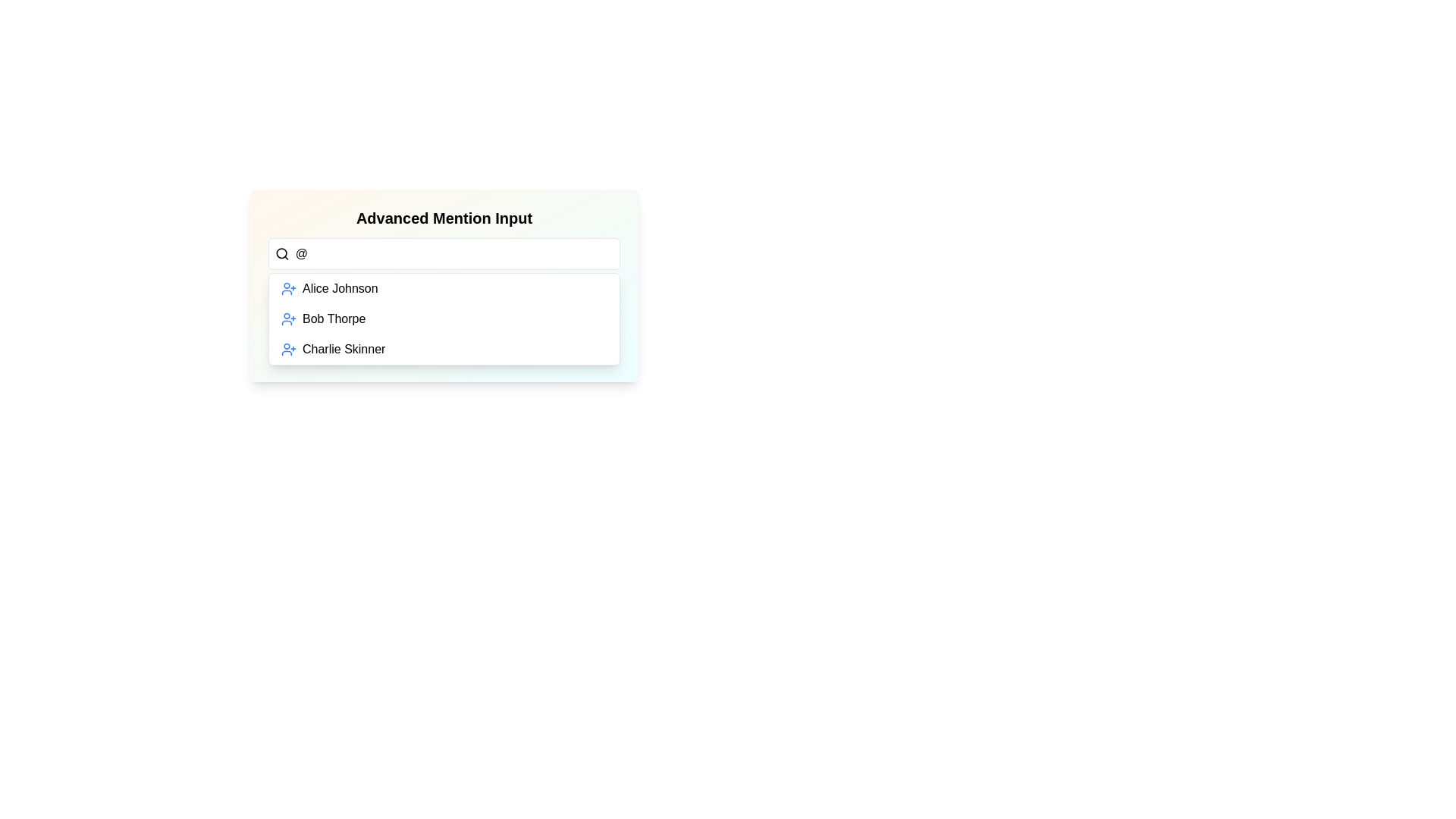 The height and width of the screenshot is (819, 1456). Describe the element at coordinates (288, 318) in the screenshot. I see `the blue icon of a stylized person with a plus sign next to the text 'Bob Thorpe' in the user selection list` at that location.